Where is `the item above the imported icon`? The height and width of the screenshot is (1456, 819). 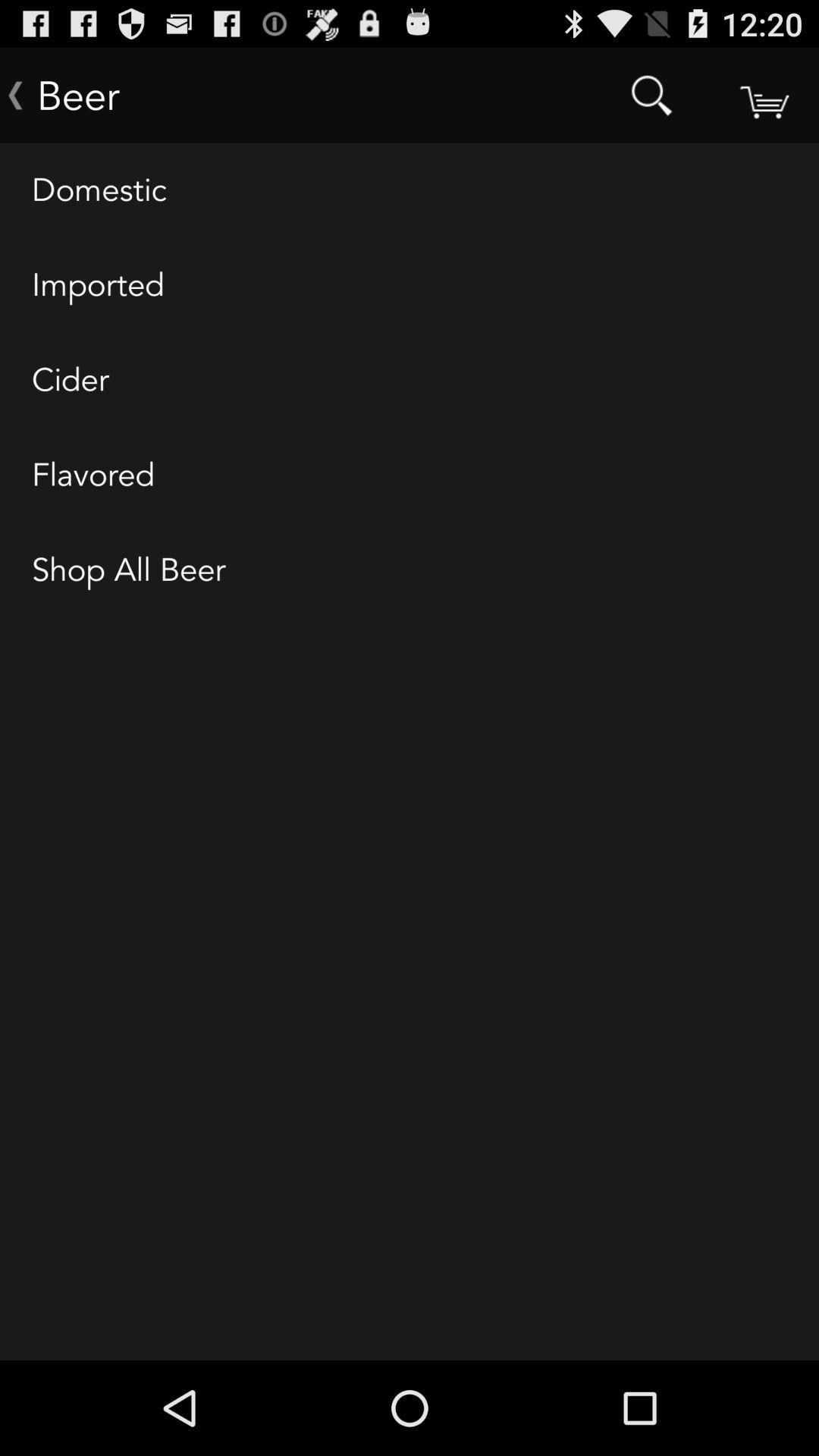 the item above the imported icon is located at coordinates (409, 190).